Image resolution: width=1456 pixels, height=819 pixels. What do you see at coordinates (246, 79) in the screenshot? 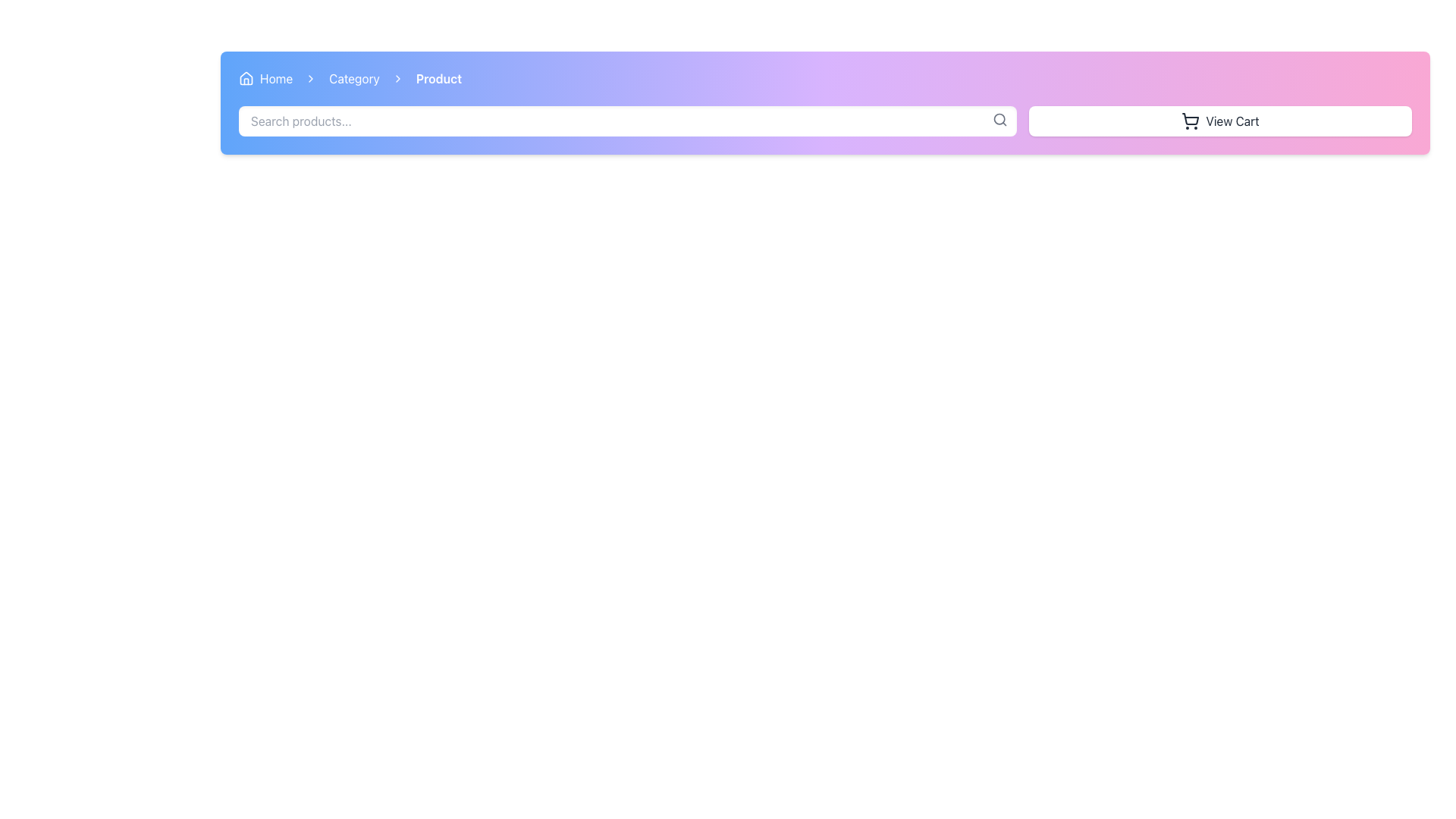
I see `the house-shaped SVG icon in the breadcrumb navigation bar` at bounding box center [246, 79].